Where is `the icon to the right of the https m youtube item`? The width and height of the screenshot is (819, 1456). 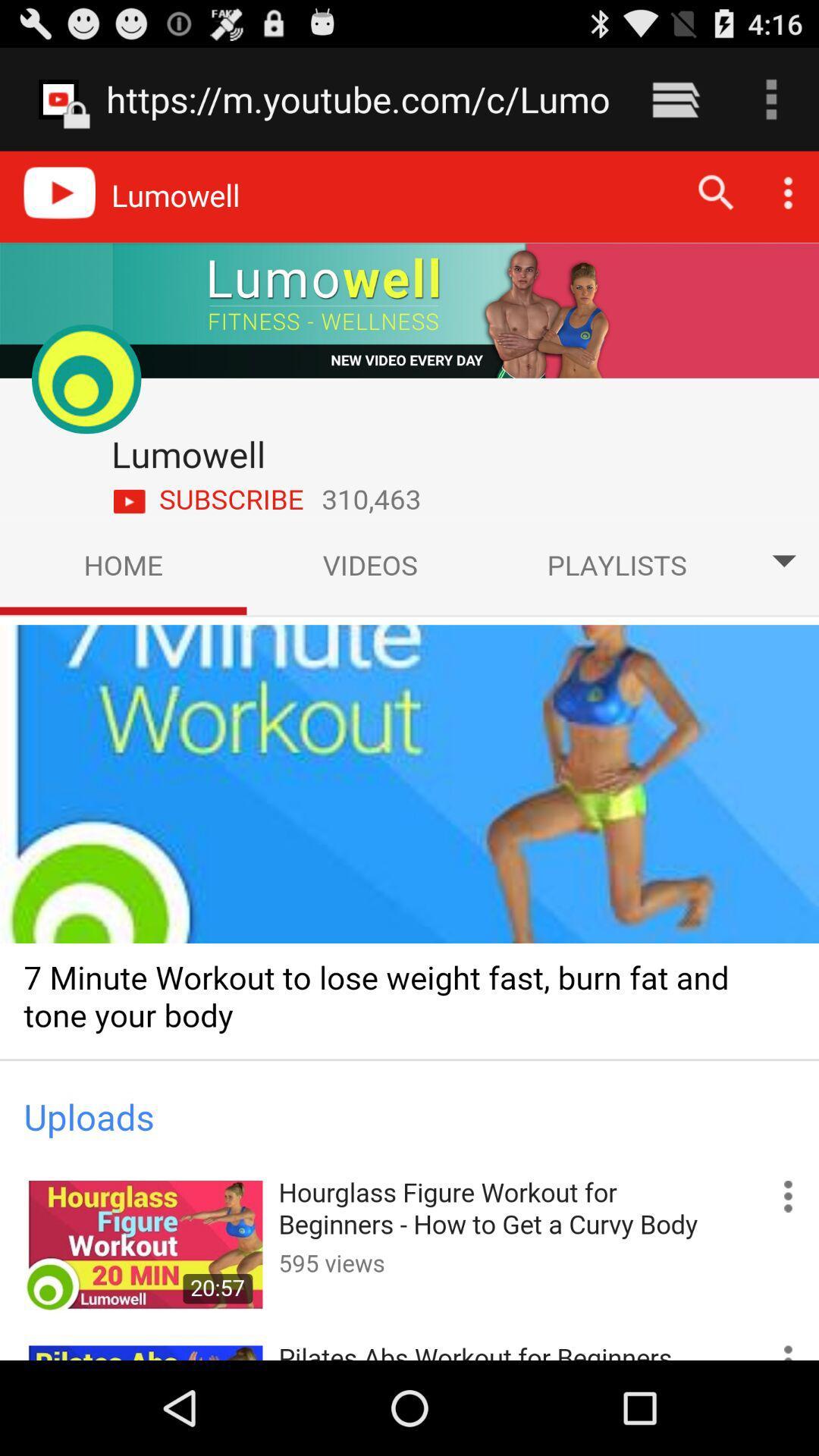
the icon to the right of the https m youtube item is located at coordinates (675, 99).